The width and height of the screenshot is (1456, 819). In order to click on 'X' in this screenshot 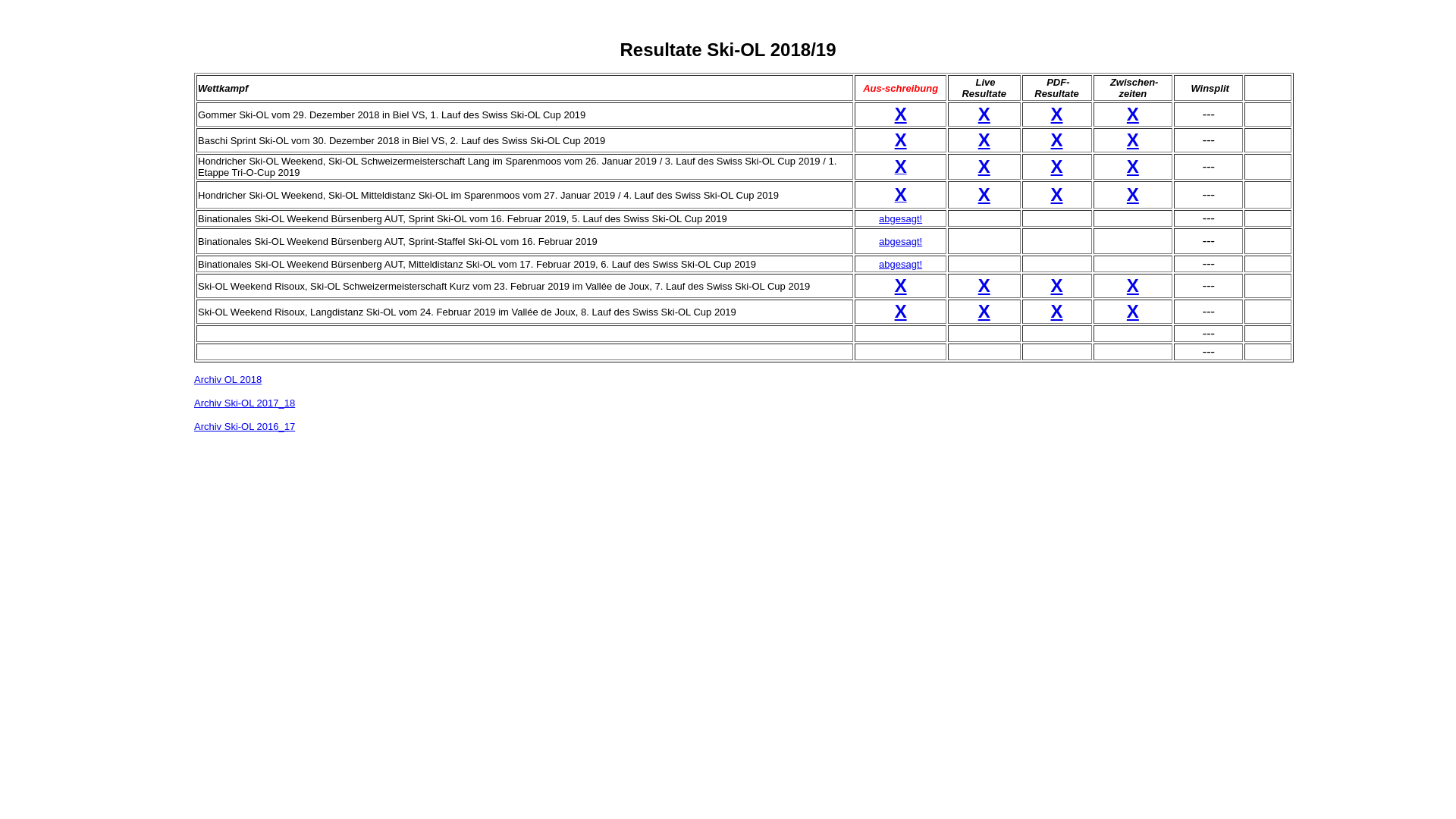, I will do `click(1056, 193)`.